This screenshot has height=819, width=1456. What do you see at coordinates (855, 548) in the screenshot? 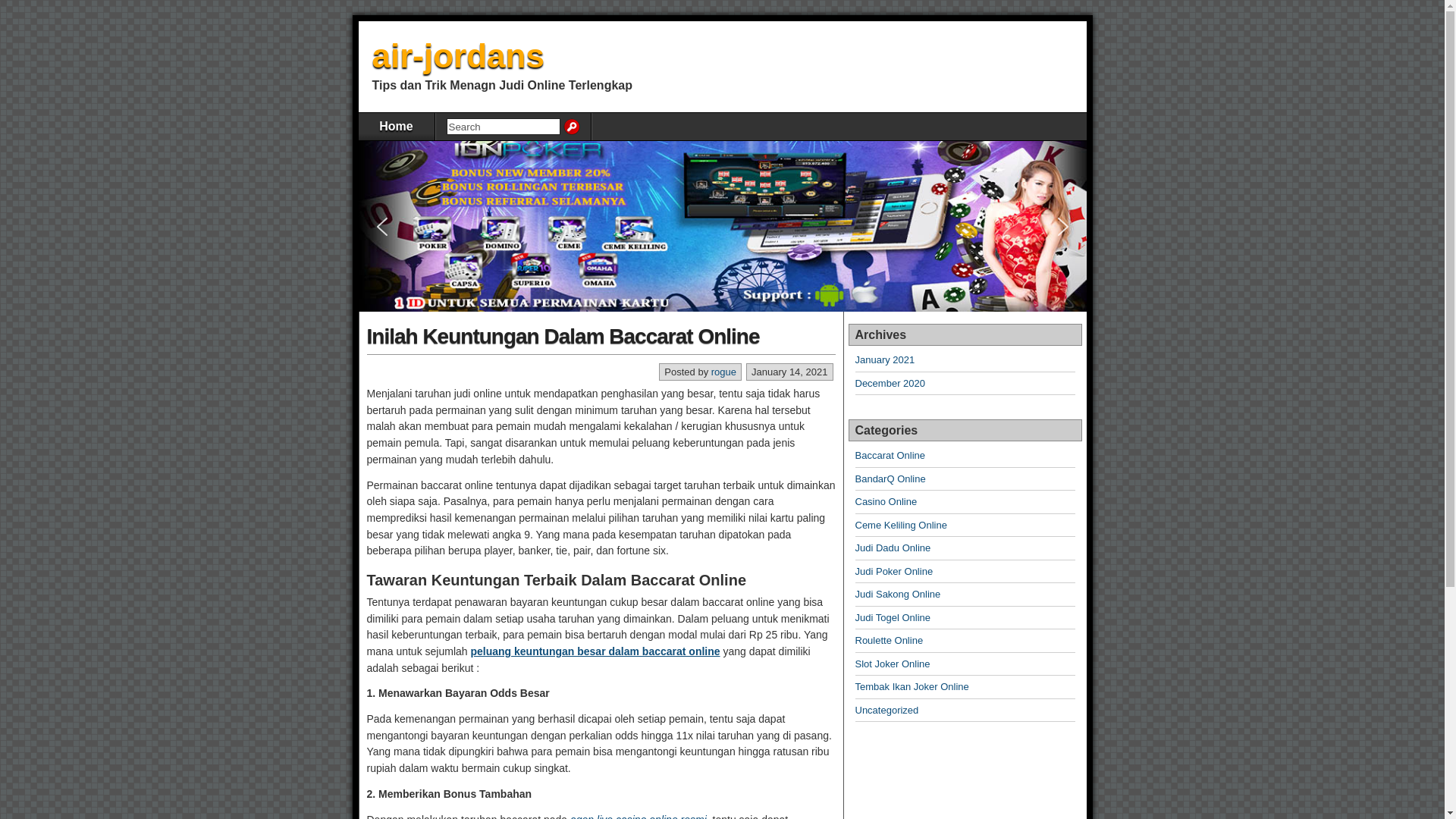
I see `'Judi Dadu Online'` at bounding box center [855, 548].